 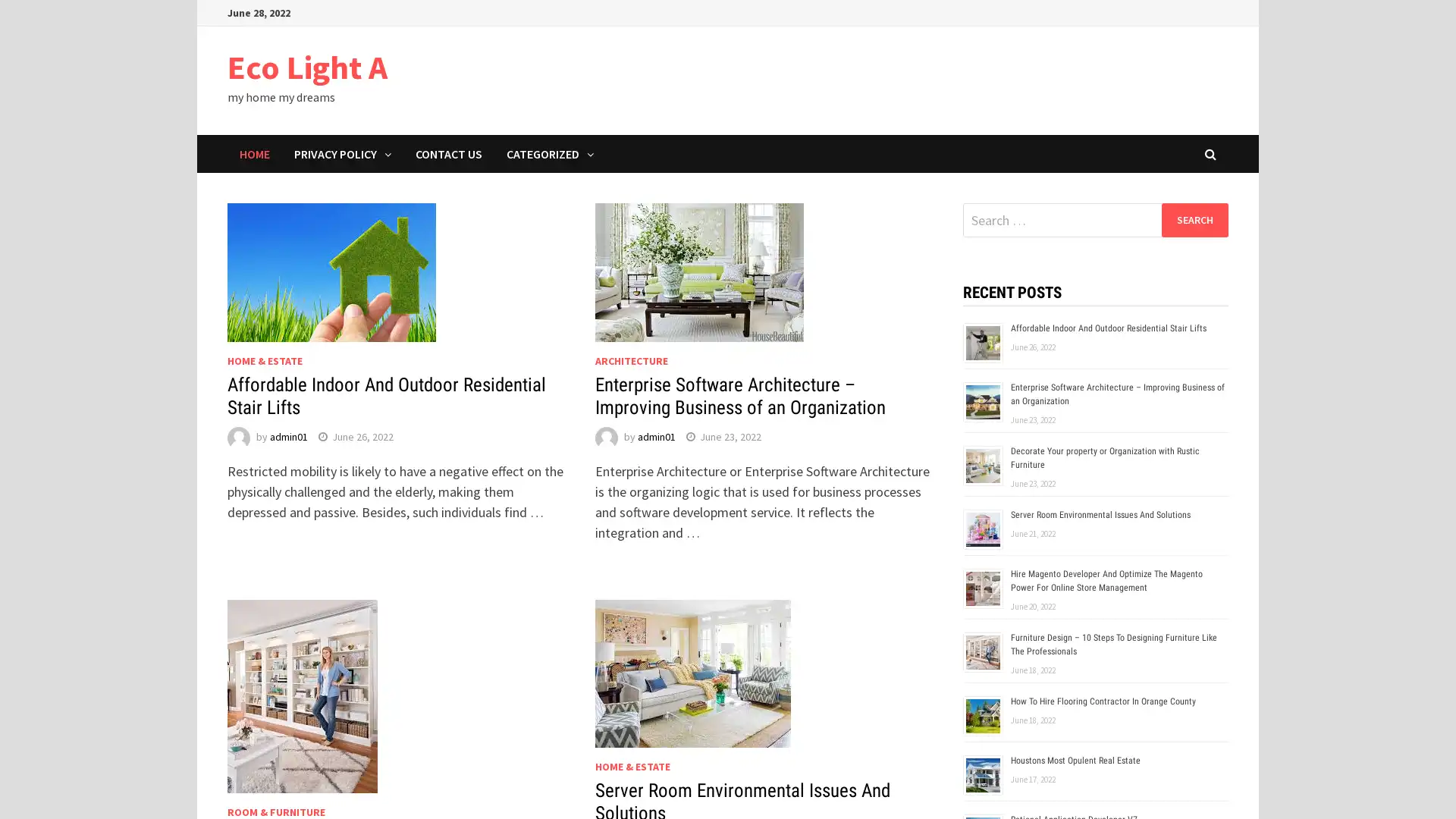 What do you see at coordinates (1194, 219) in the screenshot?
I see `Search` at bounding box center [1194, 219].